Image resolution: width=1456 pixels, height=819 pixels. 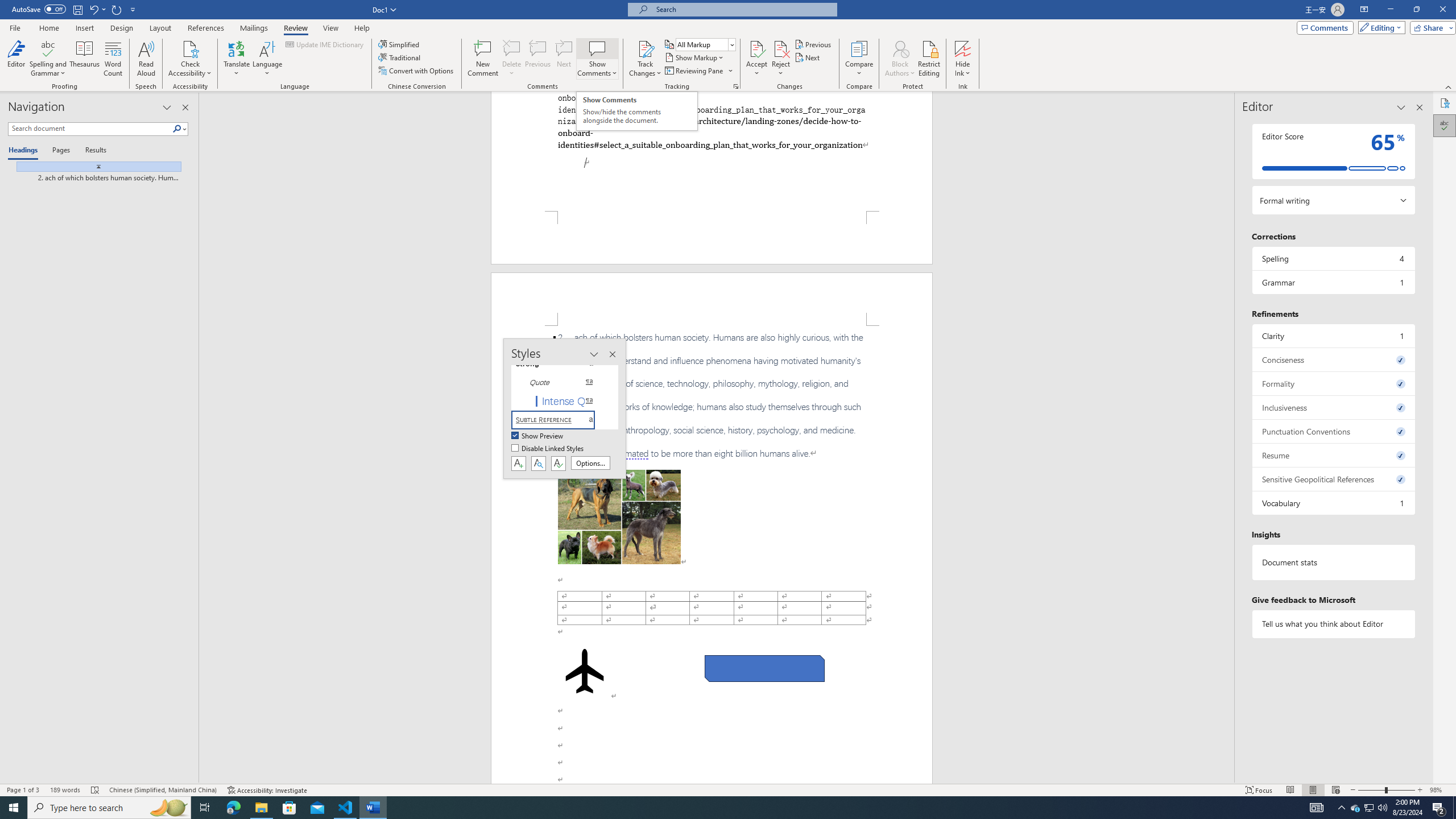 What do you see at coordinates (482, 59) in the screenshot?
I see `'New Comment'` at bounding box center [482, 59].